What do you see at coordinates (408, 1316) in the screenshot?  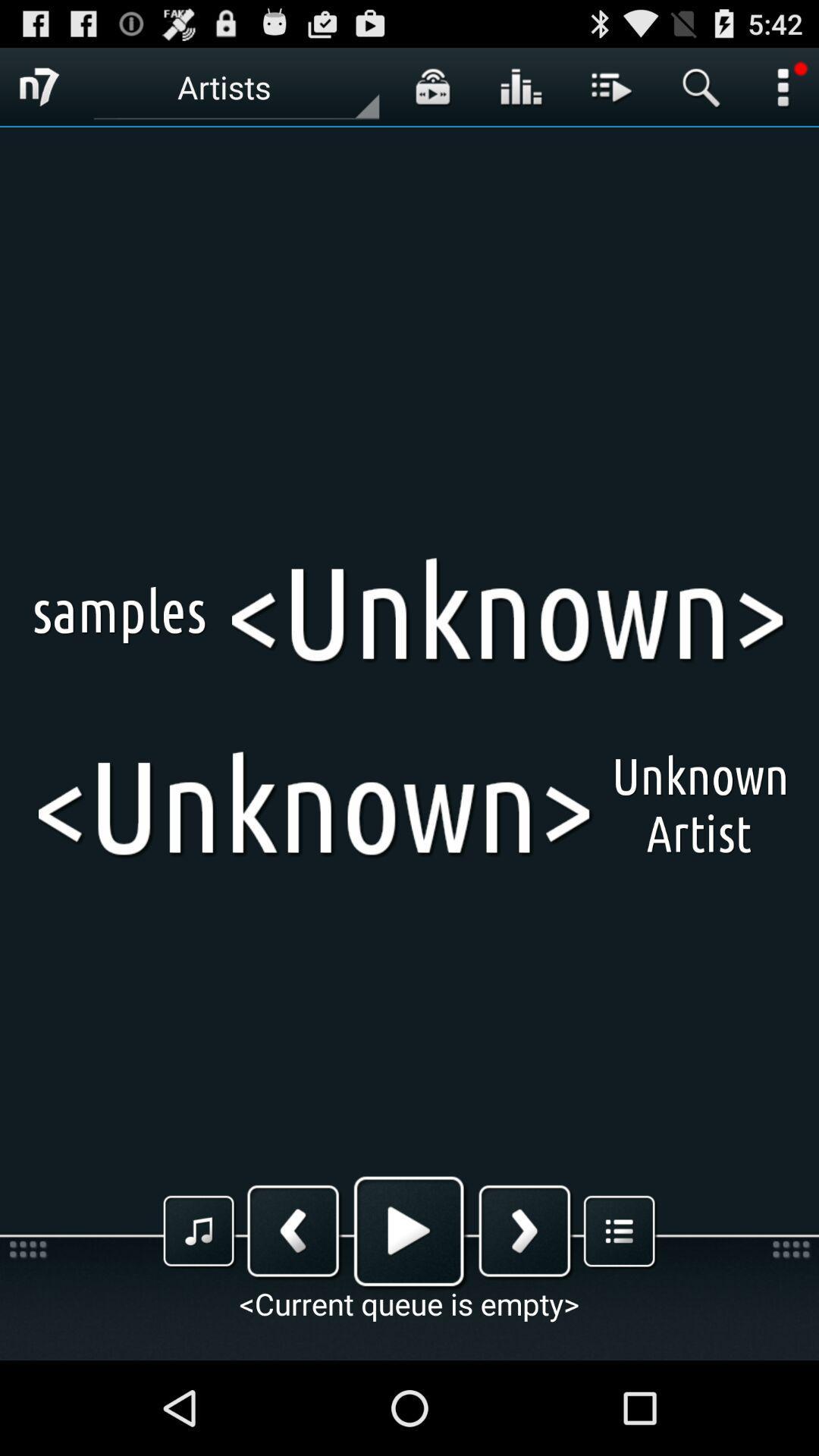 I see `the play icon` at bounding box center [408, 1316].